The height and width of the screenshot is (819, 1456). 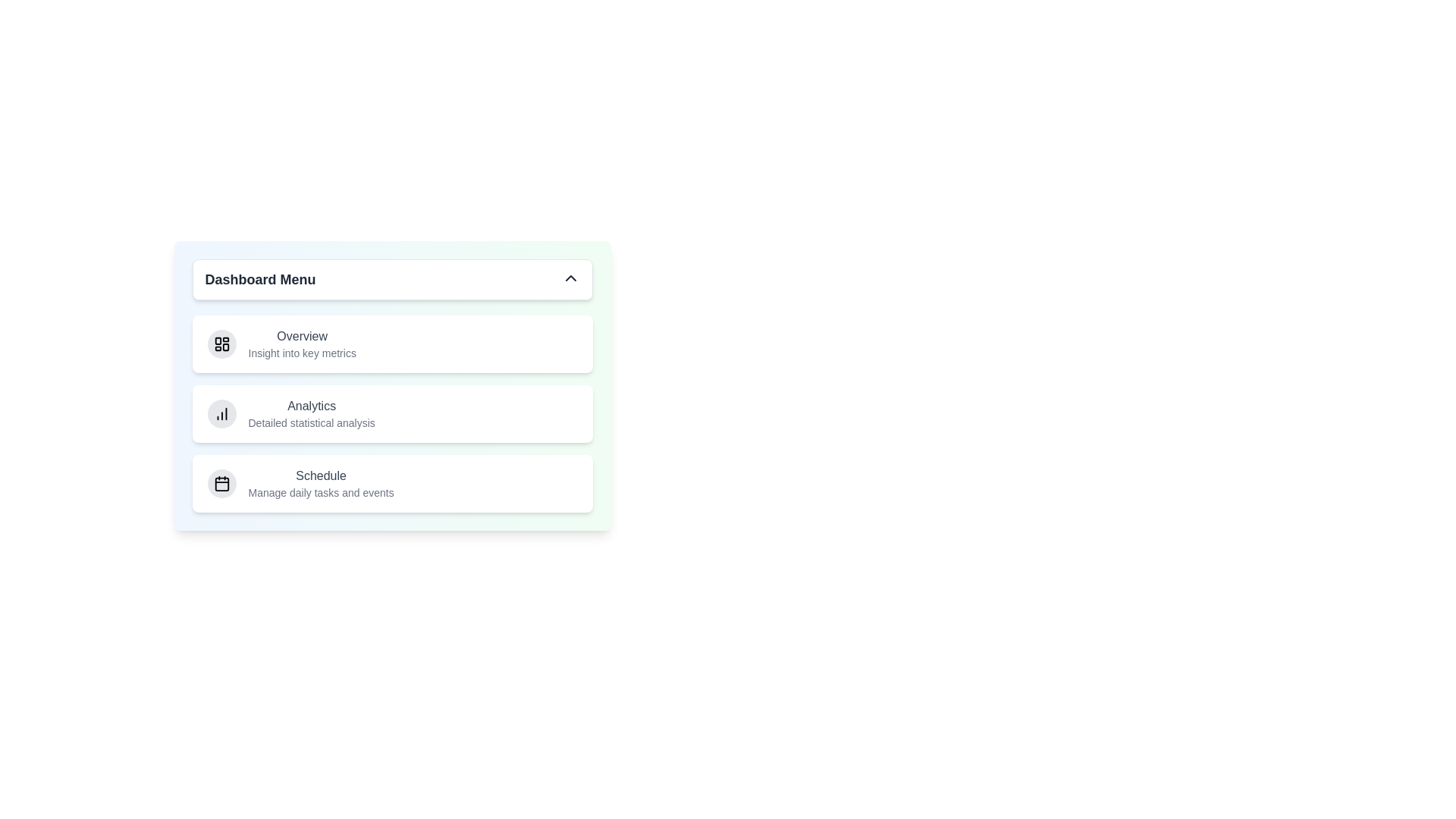 What do you see at coordinates (392, 414) in the screenshot?
I see `the 'Analytics' menu item to select it` at bounding box center [392, 414].